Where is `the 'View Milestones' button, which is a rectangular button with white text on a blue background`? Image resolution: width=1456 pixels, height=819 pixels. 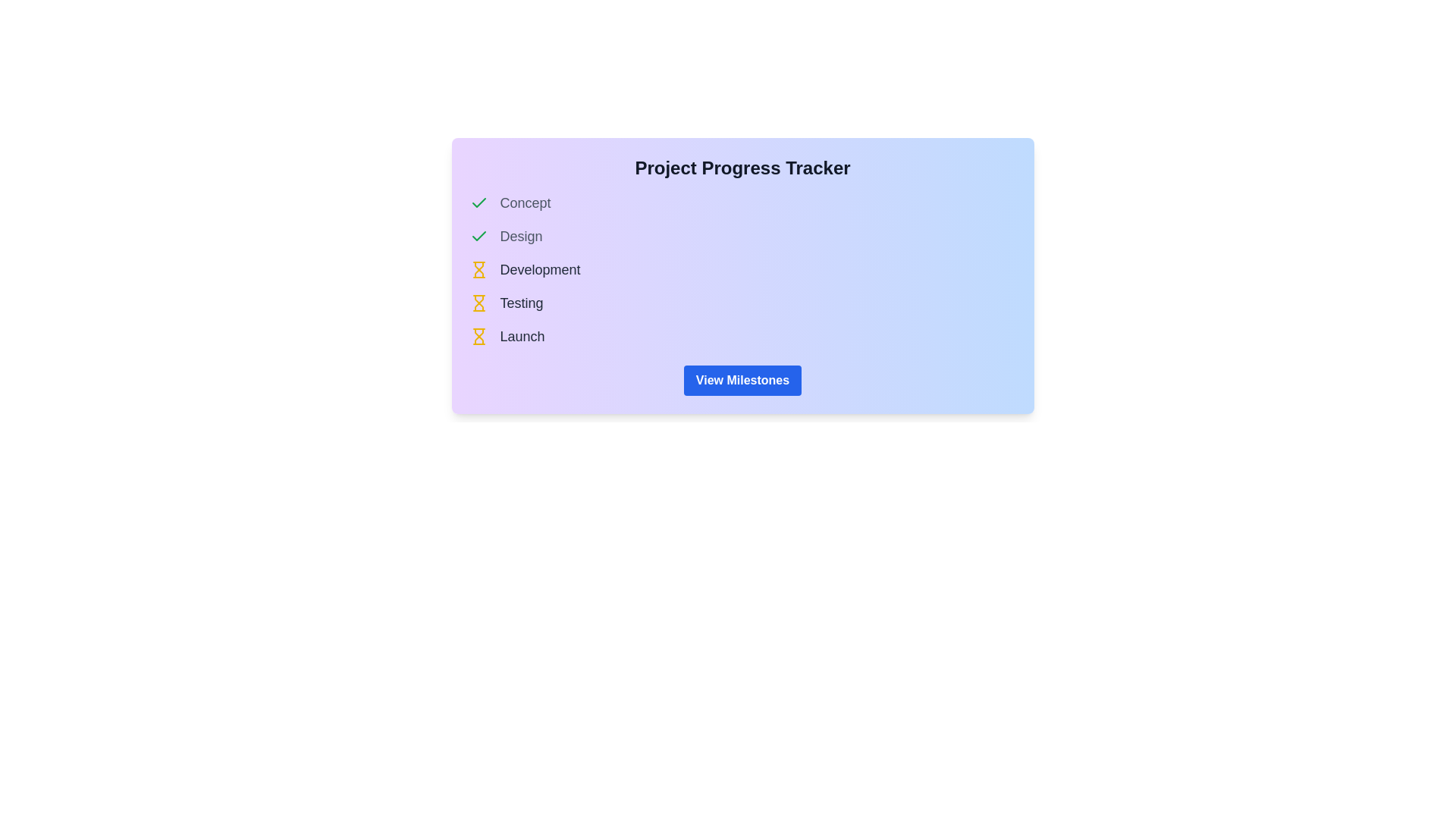
the 'View Milestones' button, which is a rectangular button with white text on a blue background is located at coordinates (742, 379).